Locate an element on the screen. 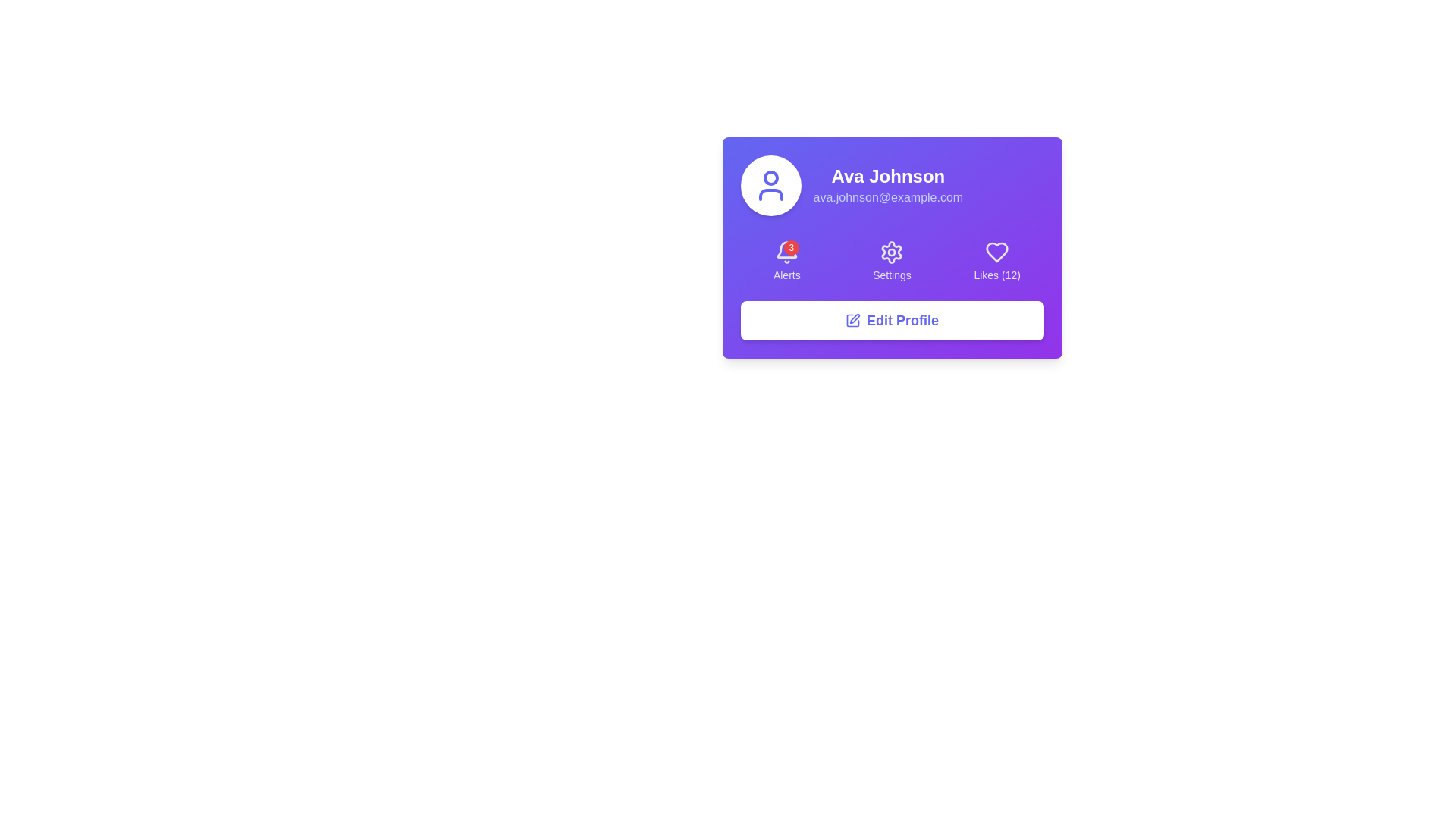 The width and height of the screenshot is (1456, 819). the profile icon located at the top-left of the purple profile card is located at coordinates (770, 185).